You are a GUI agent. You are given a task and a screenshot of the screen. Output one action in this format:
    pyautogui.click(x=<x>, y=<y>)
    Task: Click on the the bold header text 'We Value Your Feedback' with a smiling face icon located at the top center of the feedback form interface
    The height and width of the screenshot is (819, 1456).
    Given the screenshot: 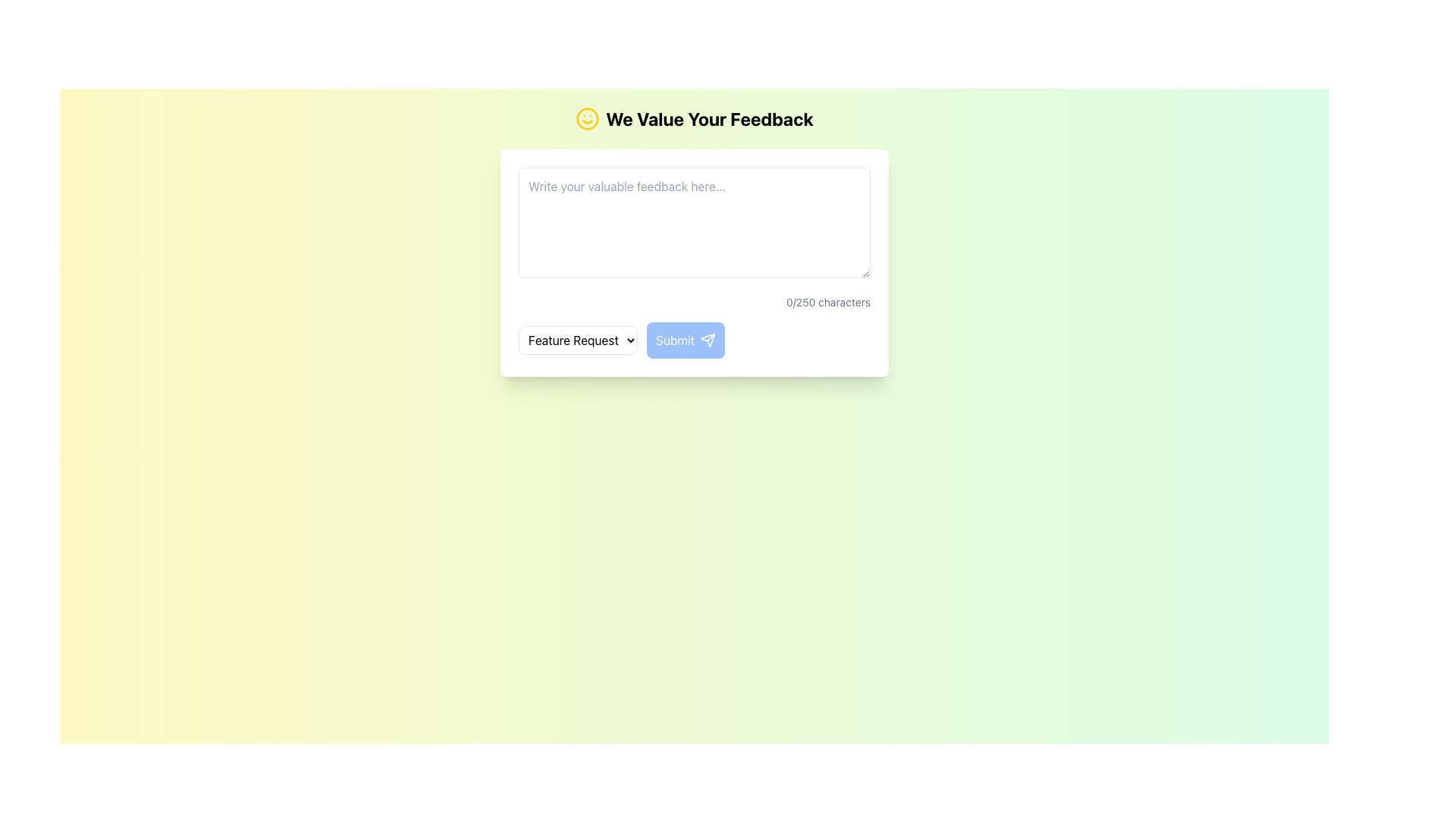 What is the action you would take?
    pyautogui.click(x=694, y=118)
    